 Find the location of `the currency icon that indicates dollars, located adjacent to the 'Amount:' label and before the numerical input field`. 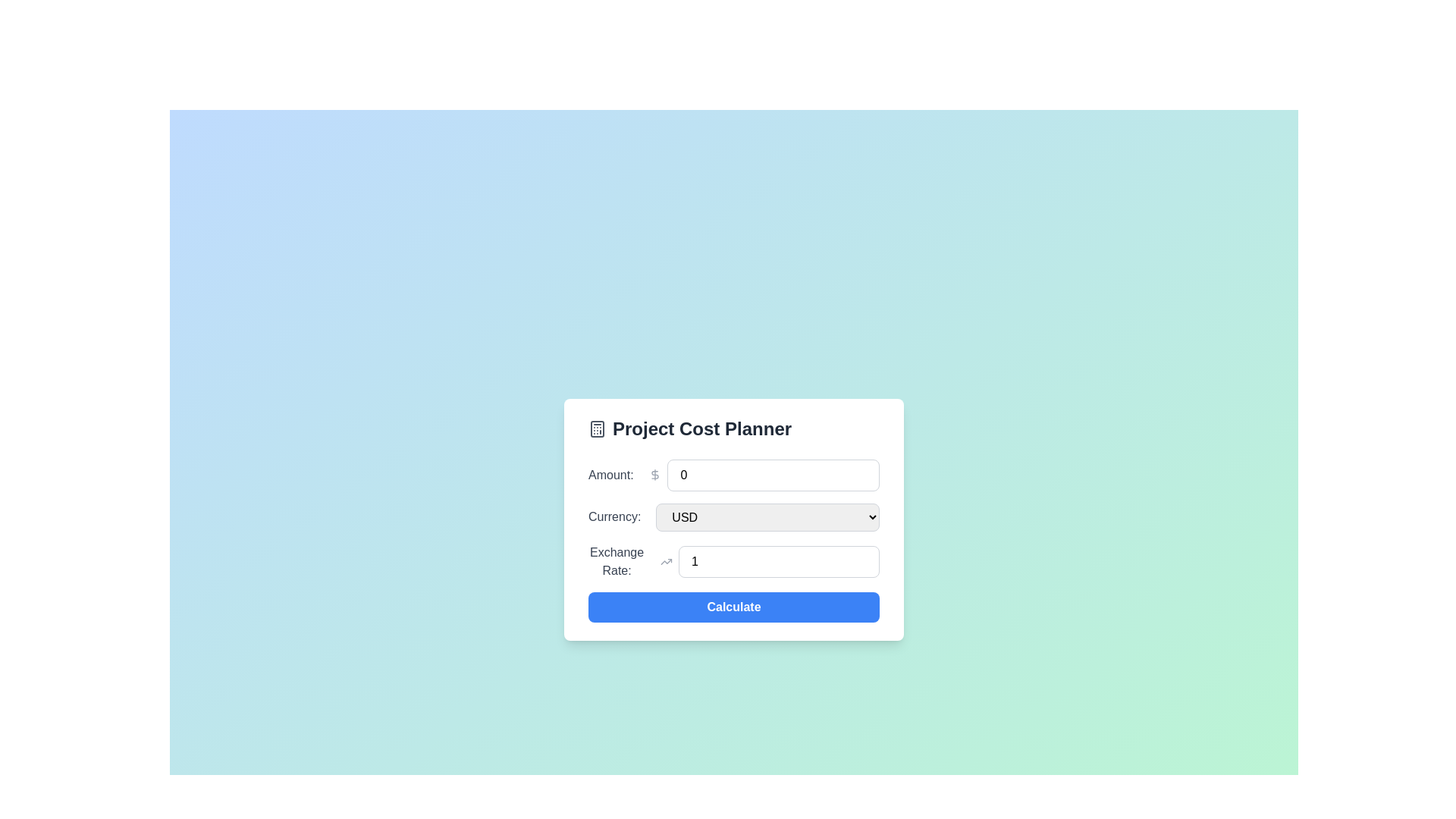

the currency icon that indicates dollars, located adjacent to the 'Amount:' label and before the numerical input field is located at coordinates (655, 474).